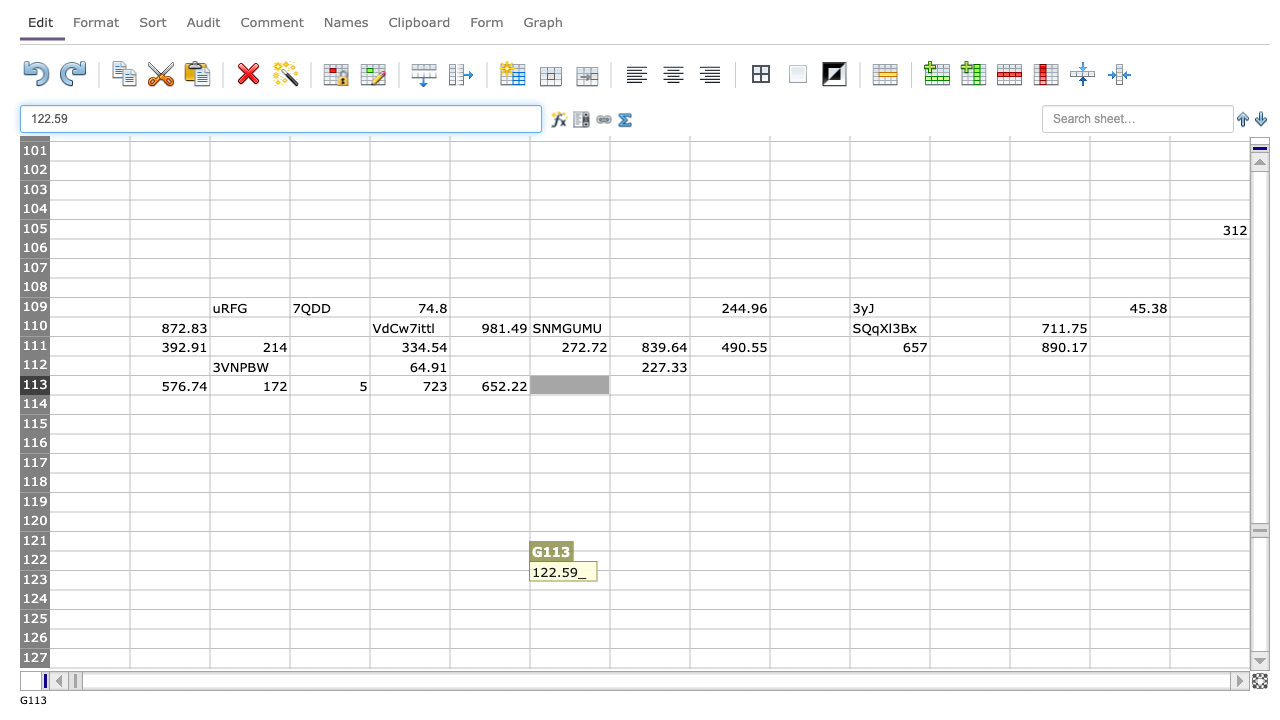  Describe the element at coordinates (649, 580) in the screenshot. I see `Activate cell H123` at that location.